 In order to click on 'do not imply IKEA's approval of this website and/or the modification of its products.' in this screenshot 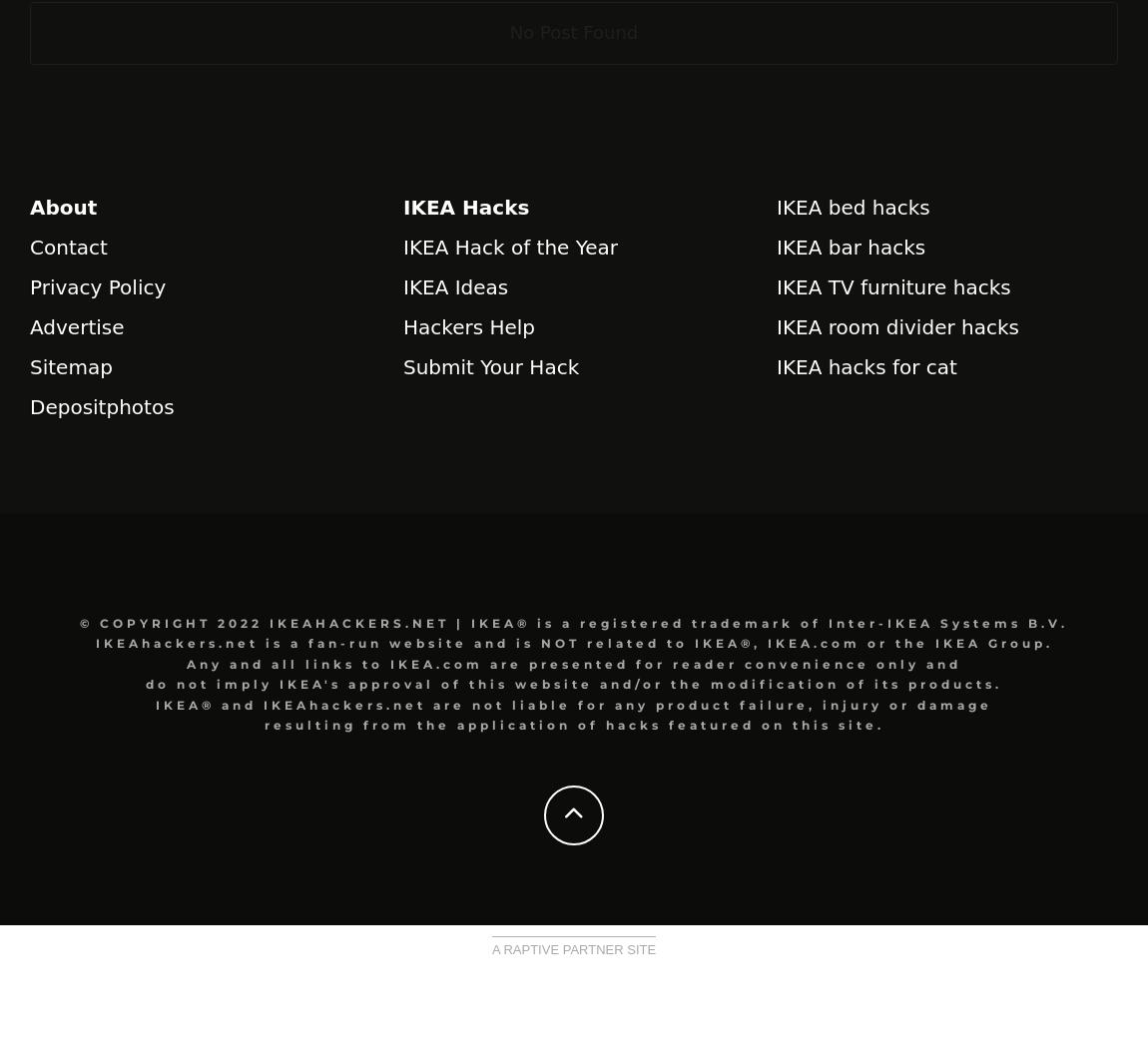, I will do `click(574, 684)`.